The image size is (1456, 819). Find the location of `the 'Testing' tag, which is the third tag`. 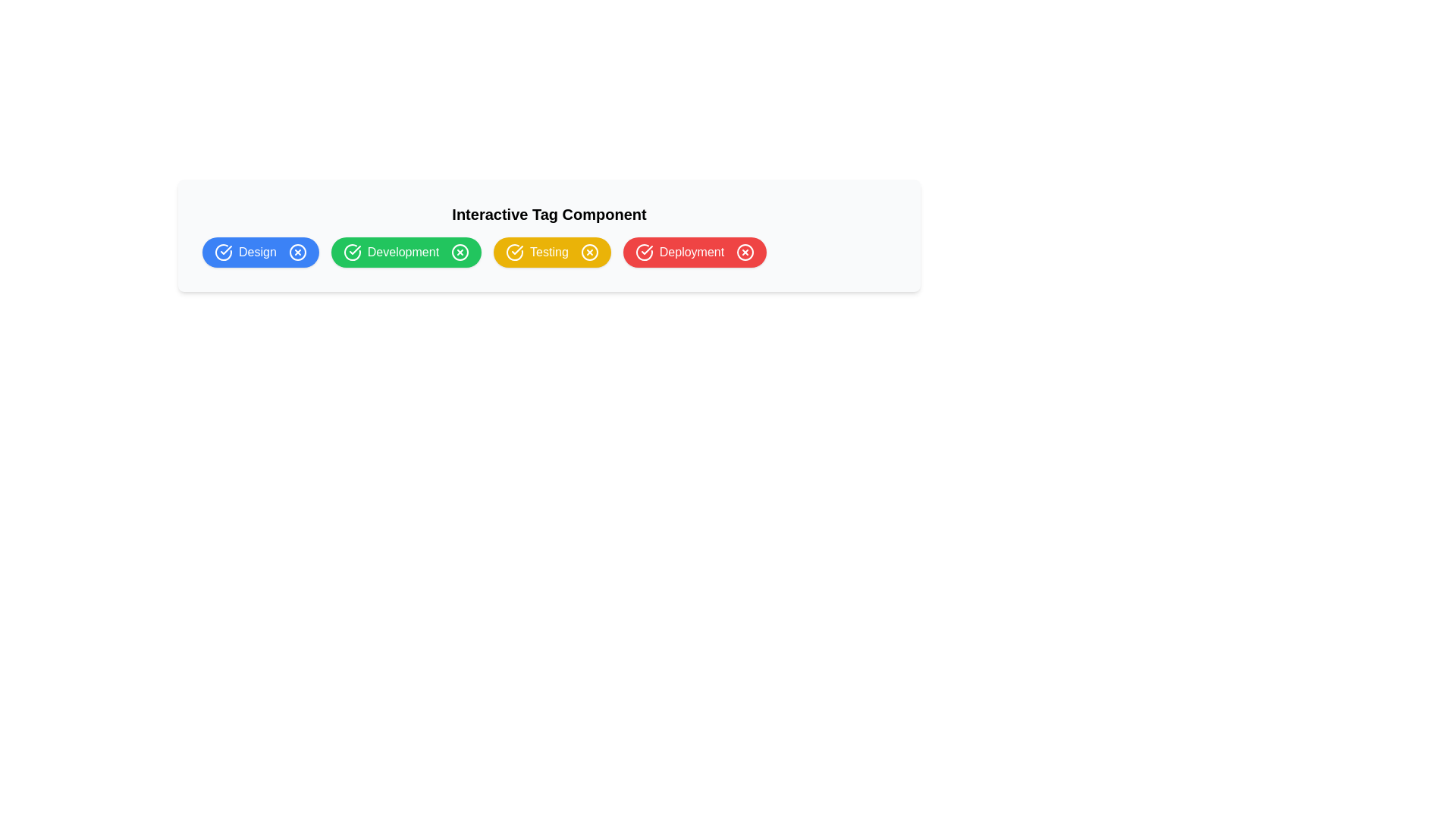

the 'Testing' tag, which is the third tag is located at coordinates (548, 251).